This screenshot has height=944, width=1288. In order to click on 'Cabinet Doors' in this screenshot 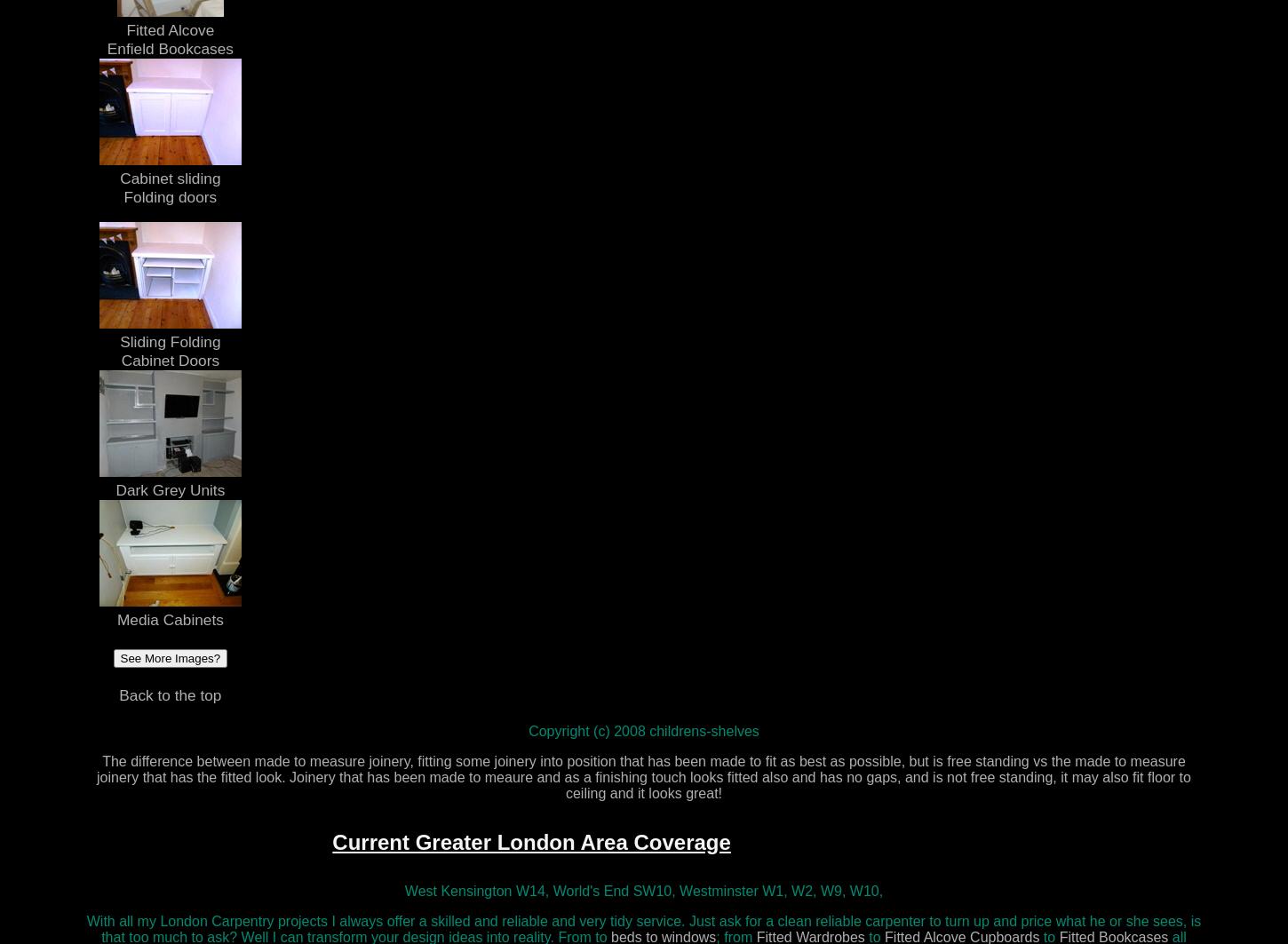, I will do `click(169, 360)`.